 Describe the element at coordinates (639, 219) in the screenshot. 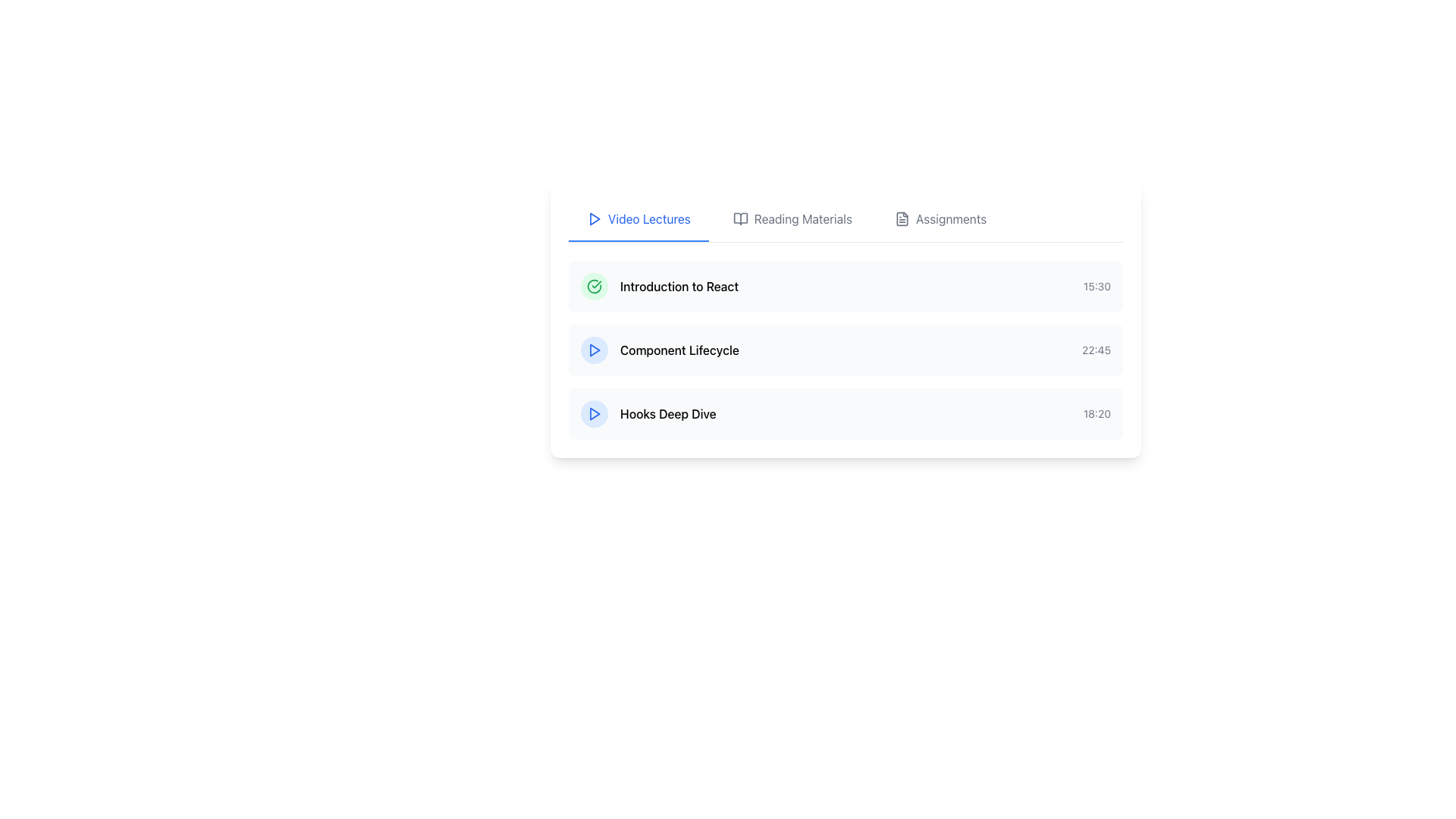

I see `the first item in the horizontal navigation list, which is the Navigation Tab for video lectures` at that location.